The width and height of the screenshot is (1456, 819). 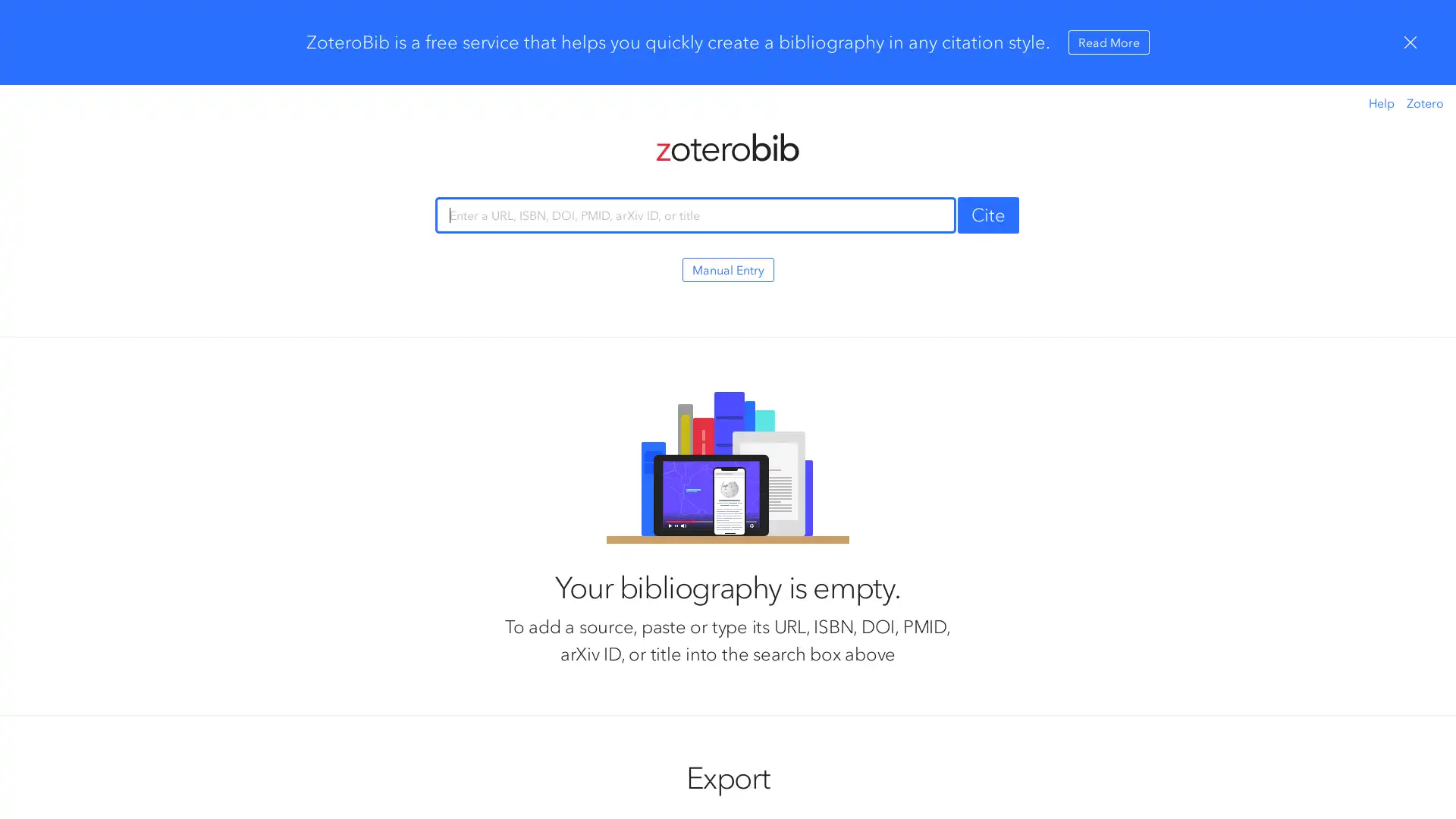 I want to click on Read More, so click(x=1109, y=42).